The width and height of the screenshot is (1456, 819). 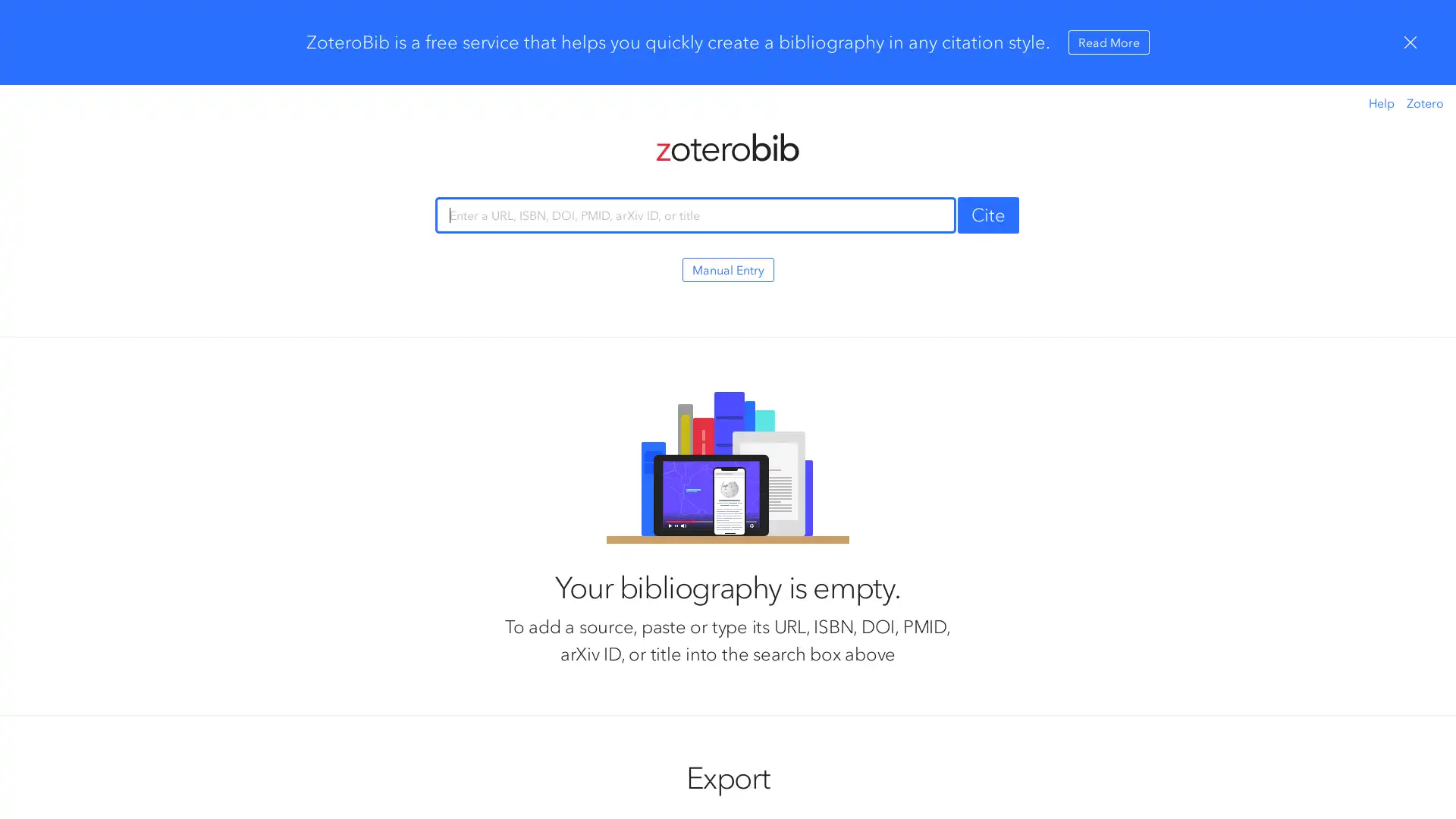 I want to click on Read More, so click(x=1109, y=42).